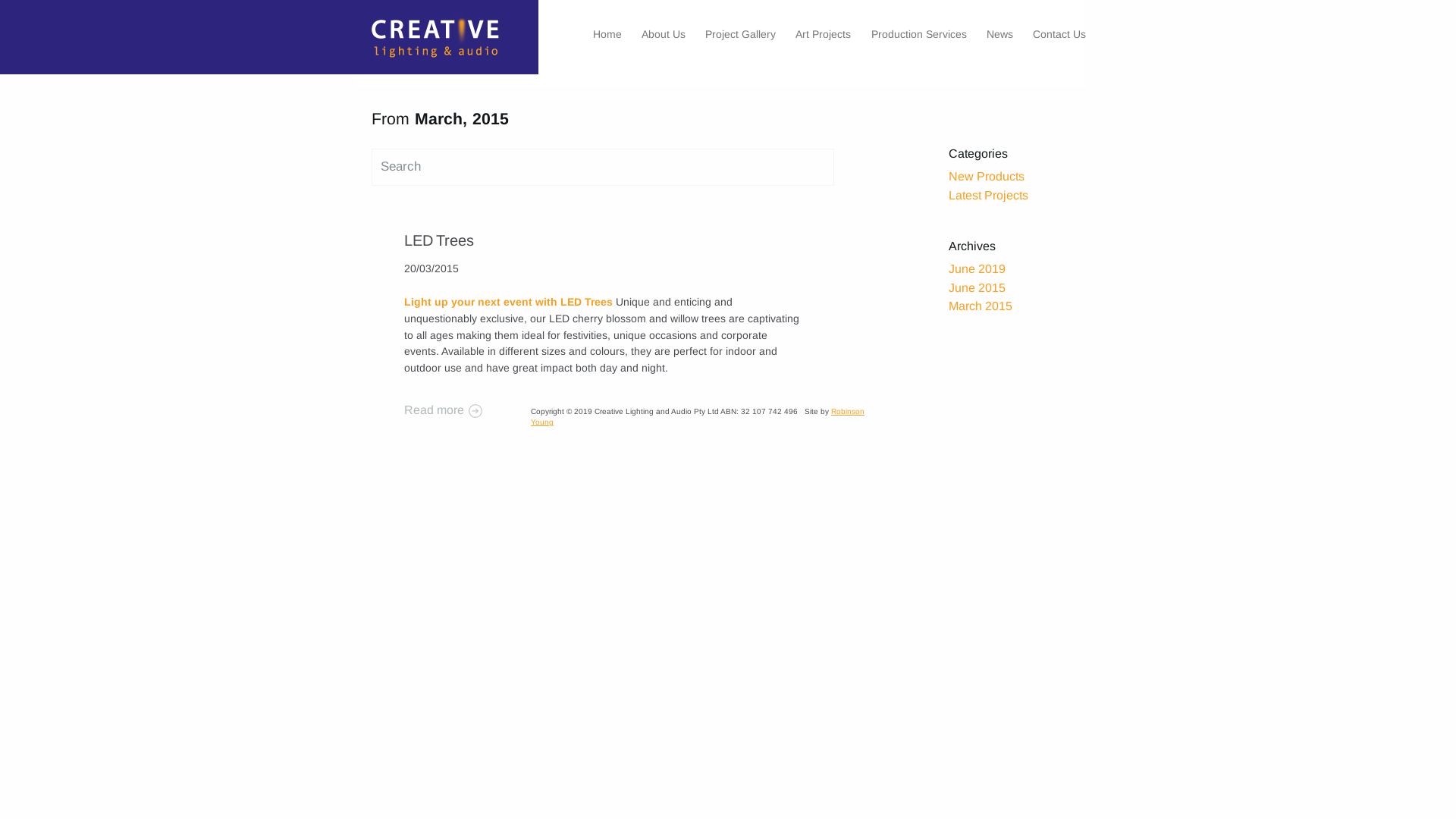  What do you see at coordinates (977, 268) in the screenshot?
I see `'June 2019'` at bounding box center [977, 268].